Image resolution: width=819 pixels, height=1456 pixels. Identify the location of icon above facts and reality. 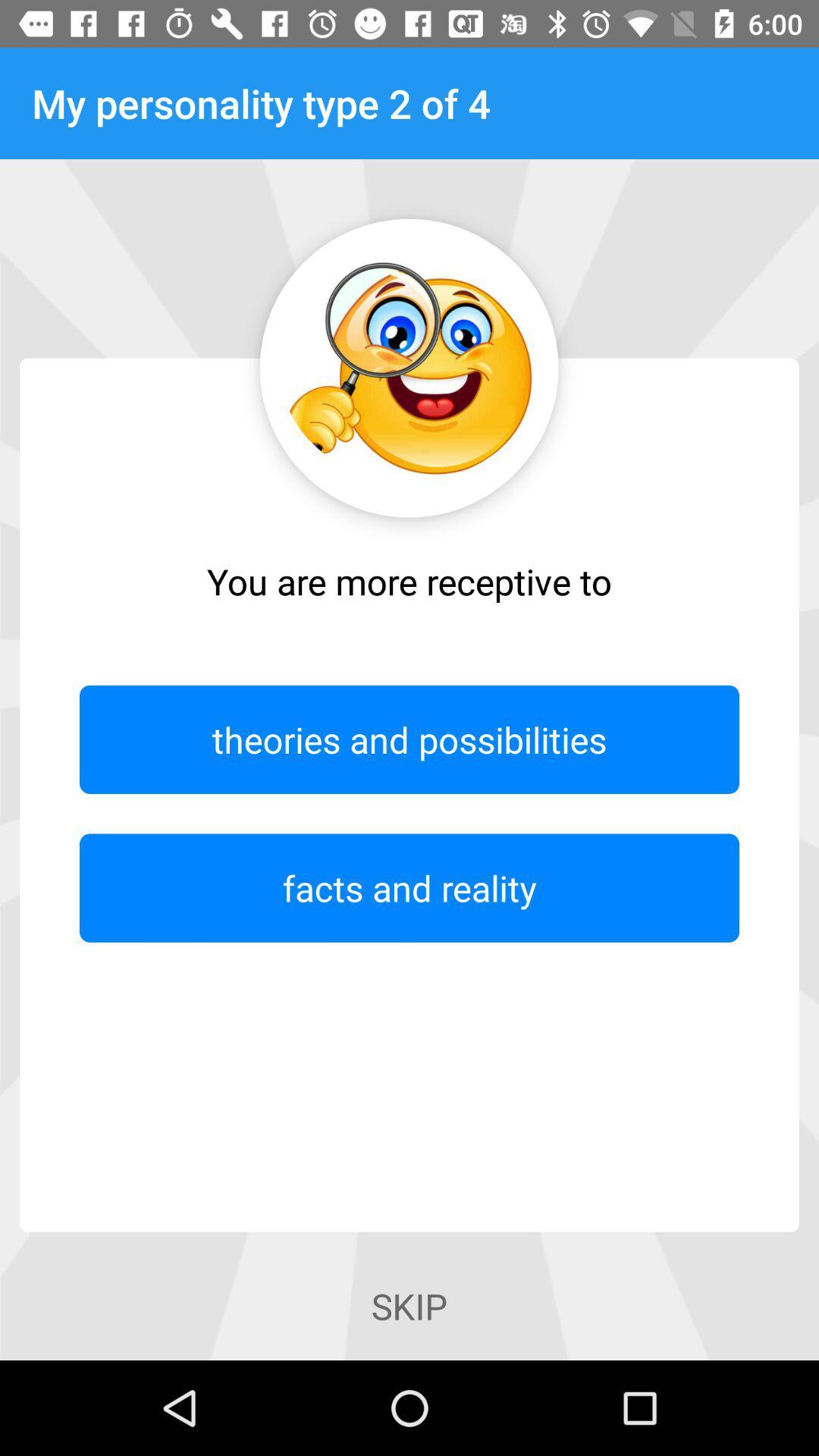
(409, 739).